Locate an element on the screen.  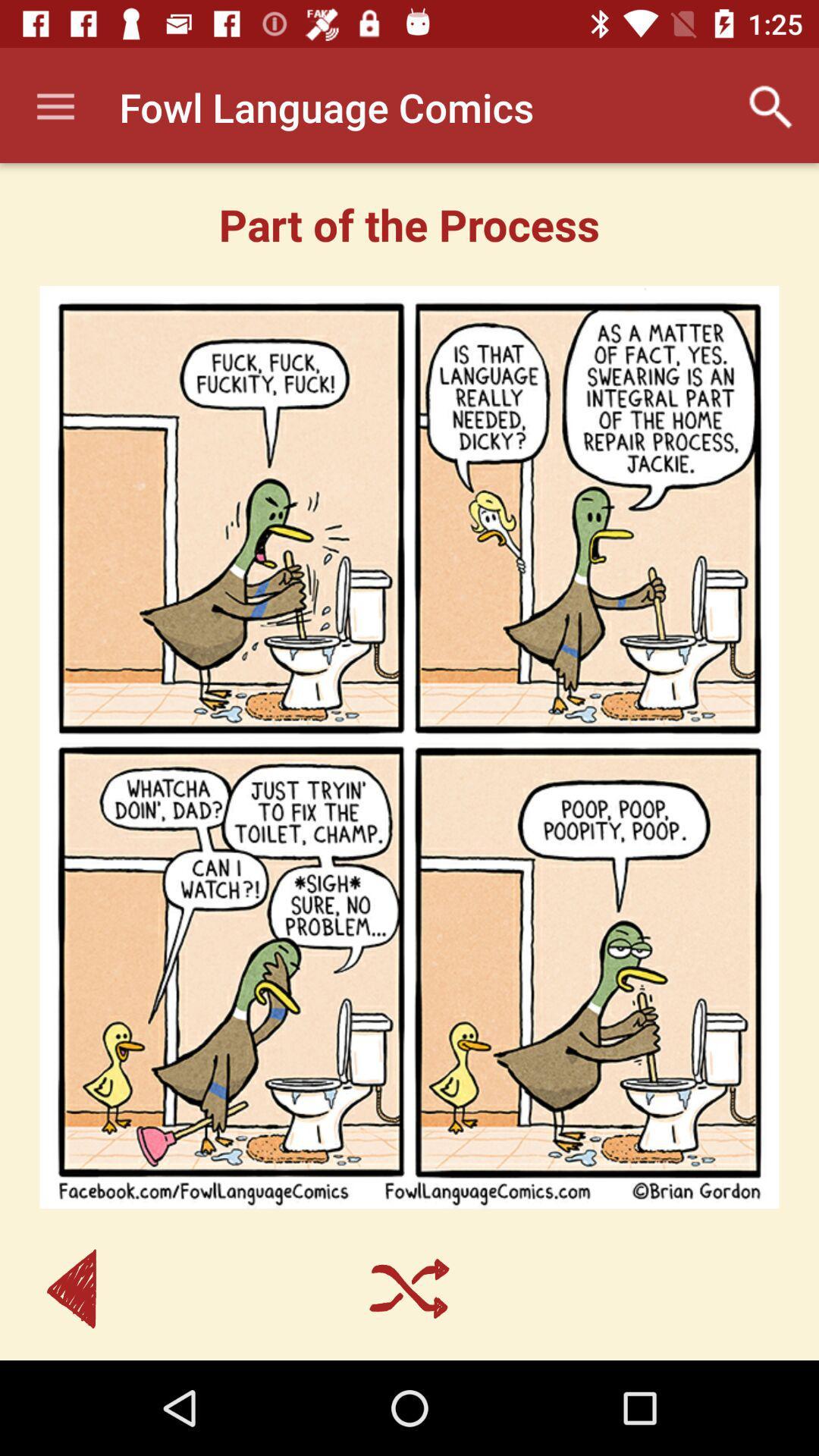
the item next to the fowl language comics item is located at coordinates (55, 106).